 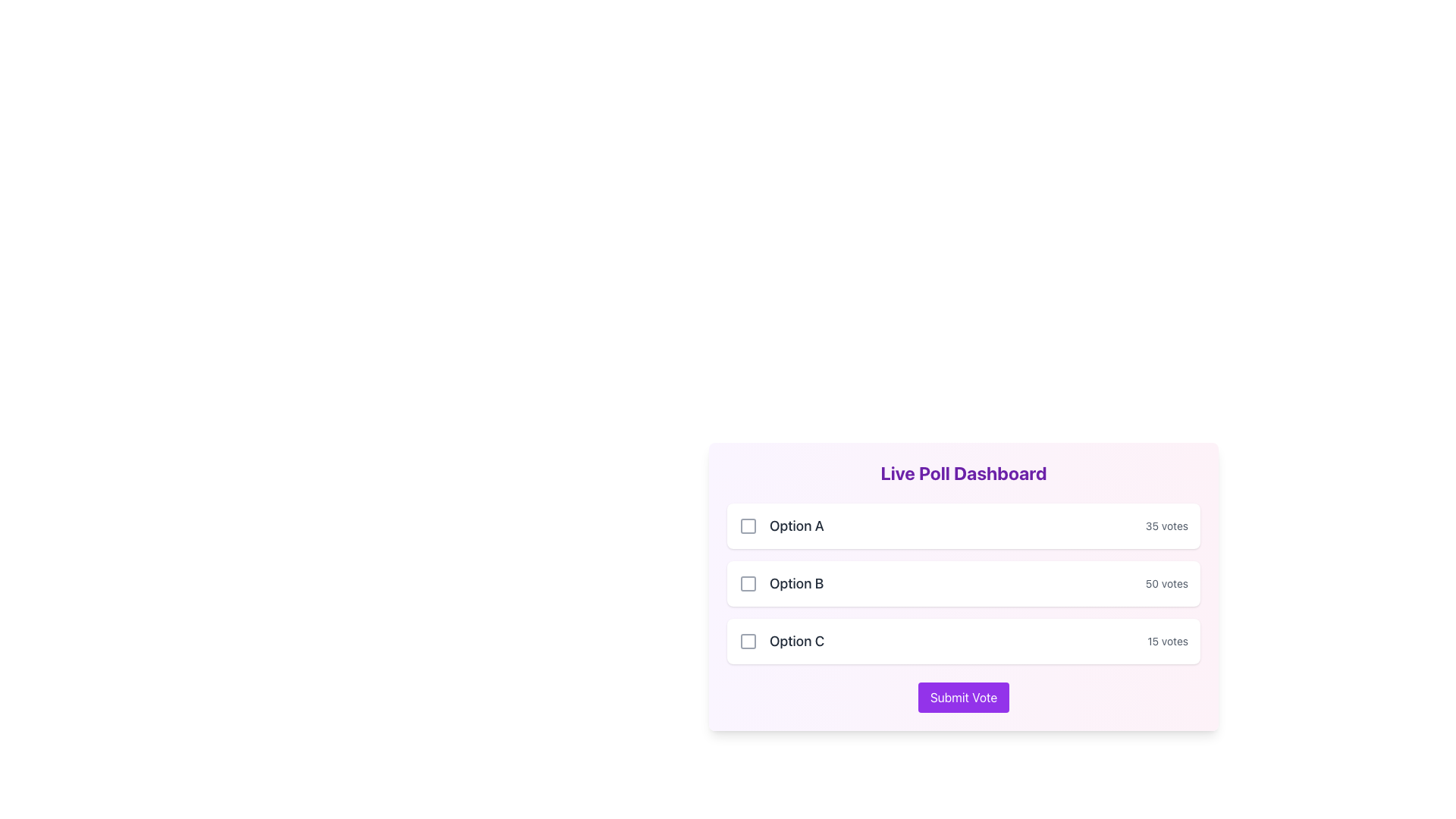 I want to click on the checkbox option in the Live Poll Dashboard, so click(x=963, y=583).